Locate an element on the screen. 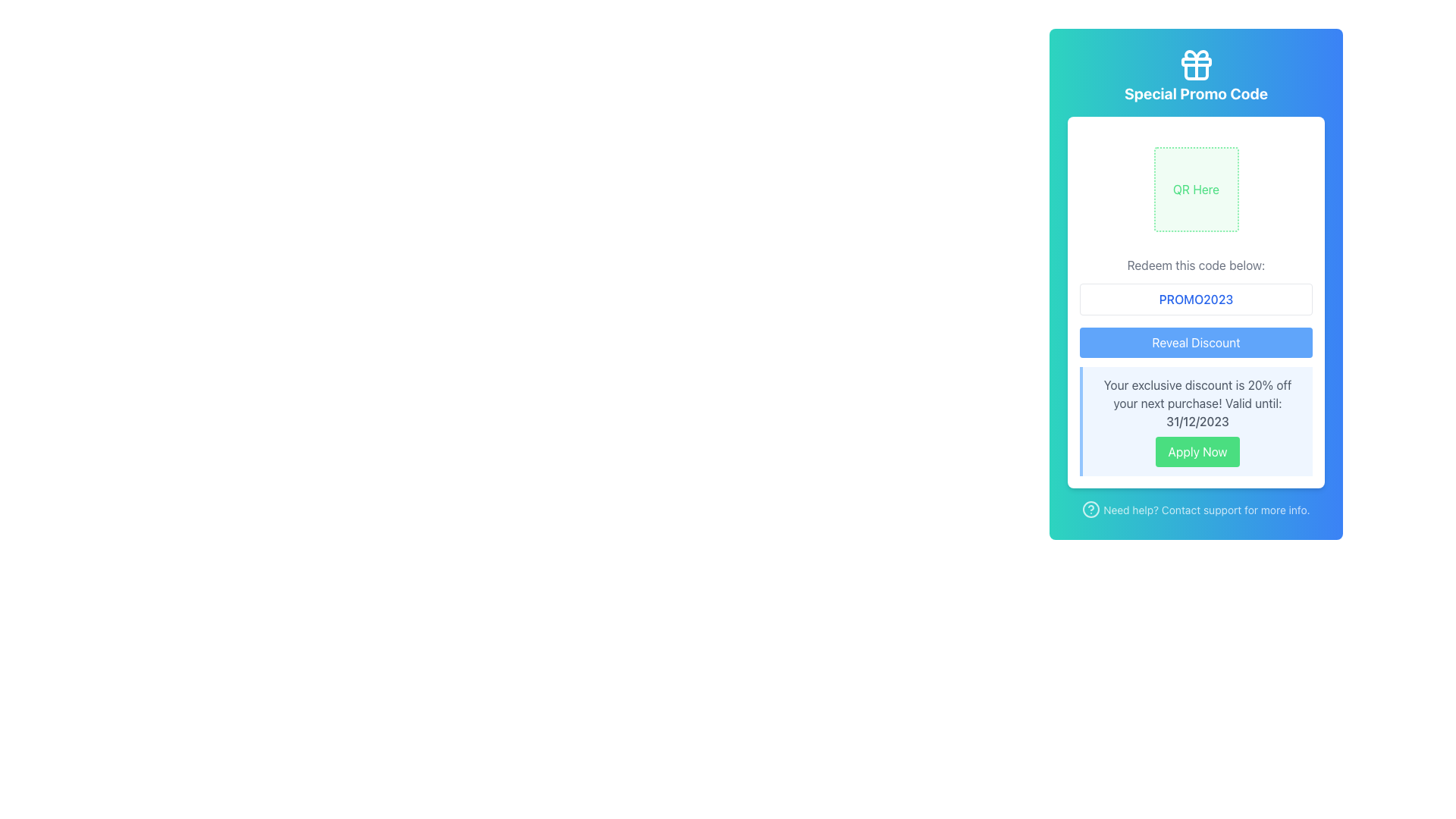 This screenshot has height=819, width=1456. the informational header static text label that instructs users to redeem the promotional code 'PROMO2023', which is positioned below the 'QR Here' section and above the promotional code text is located at coordinates (1195, 265).